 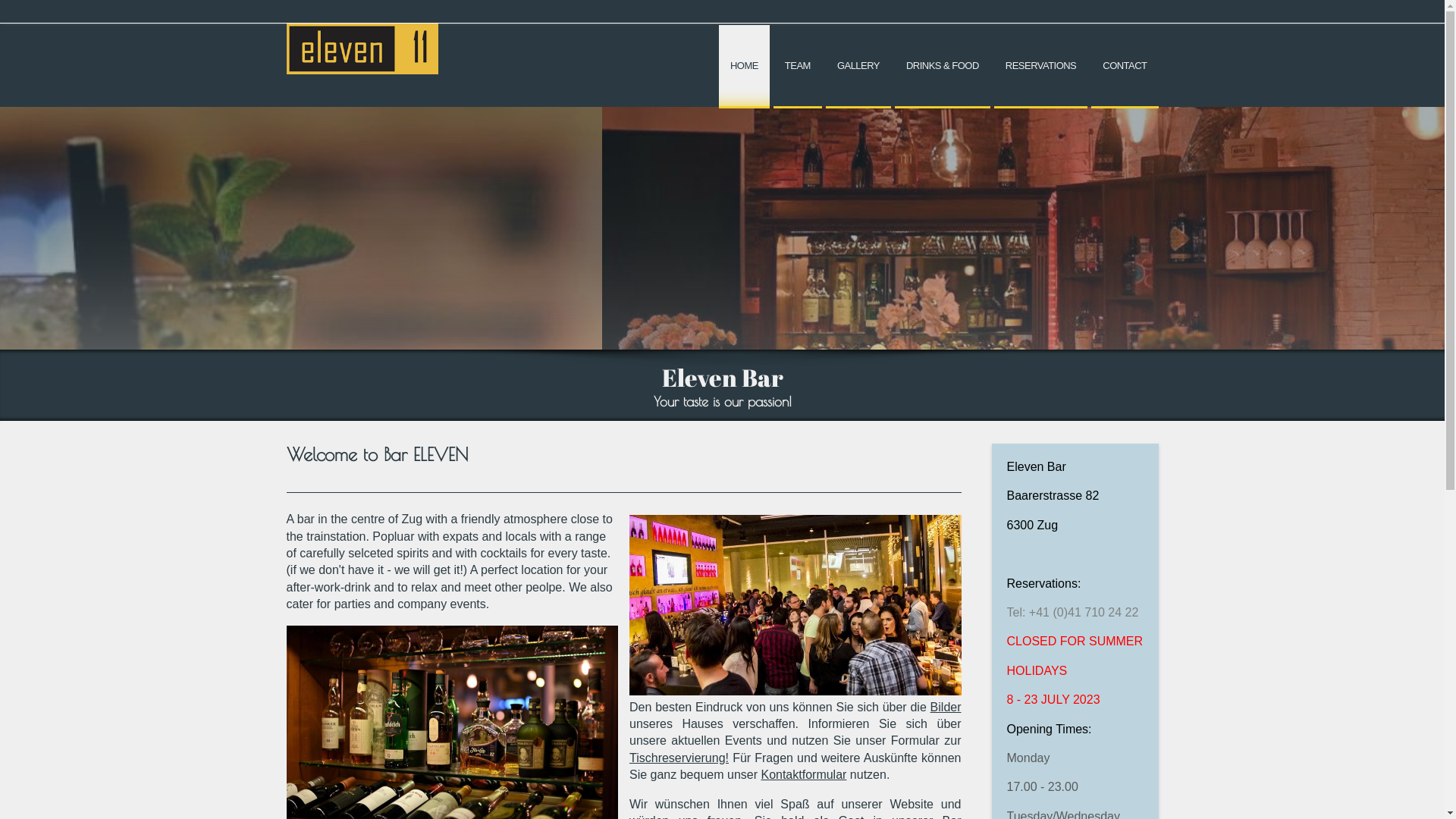 I want to click on 'DRINKS & FOOD', so click(x=942, y=66).